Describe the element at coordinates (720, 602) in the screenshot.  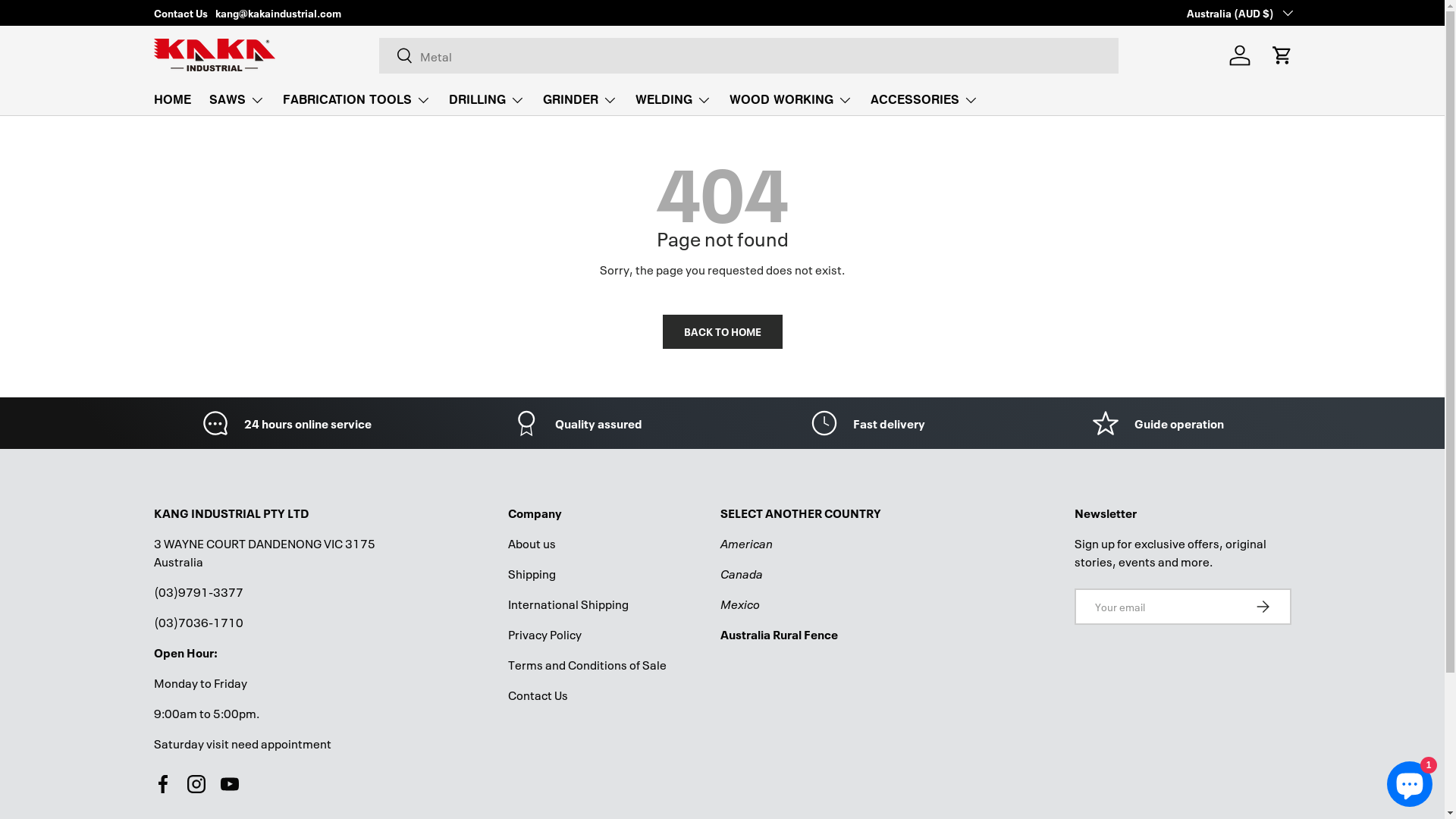
I see `'Mexico'` at that location.